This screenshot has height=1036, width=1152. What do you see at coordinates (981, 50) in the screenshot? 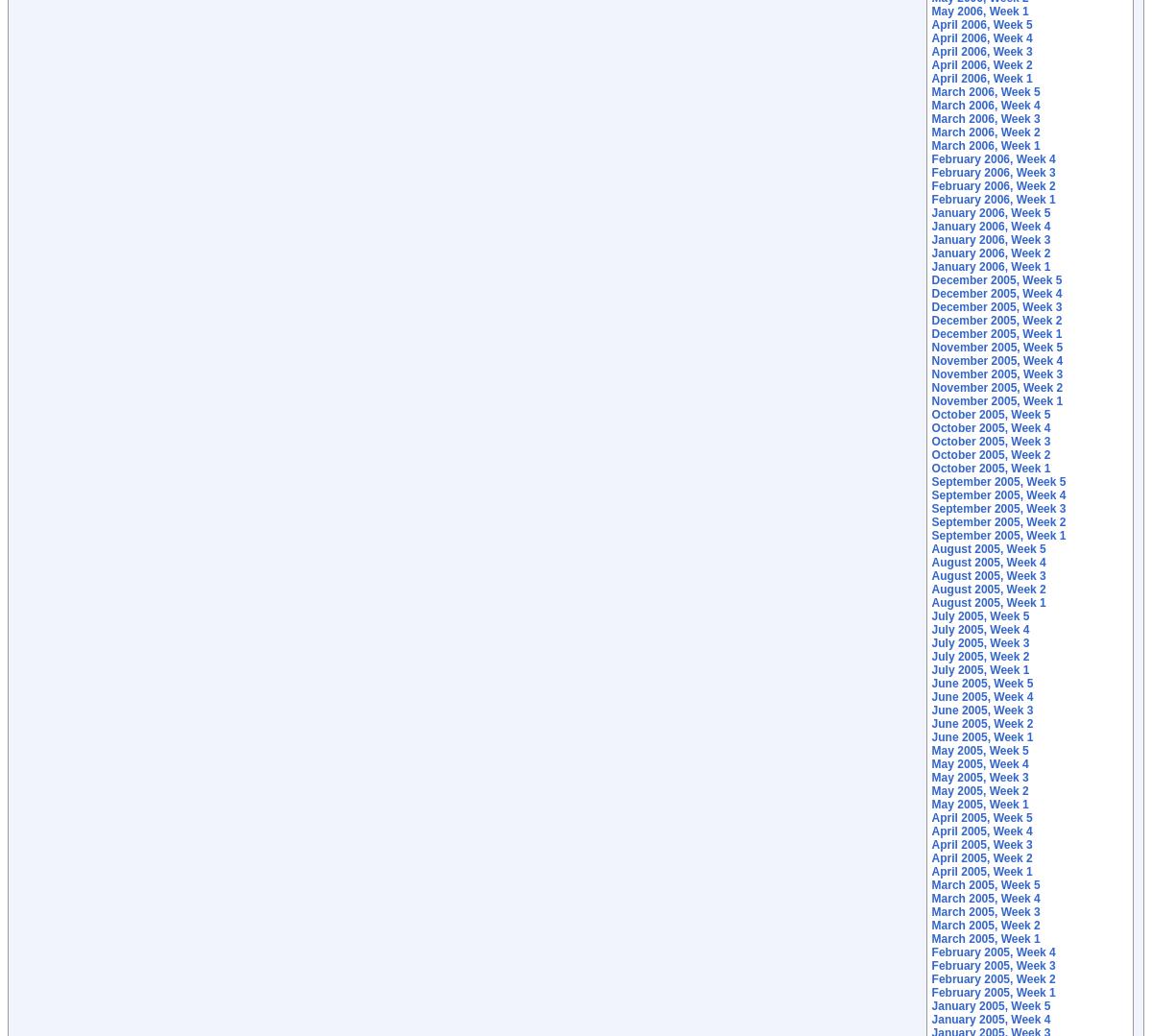
I see `'April 2006, Week 3'` at bounding box center [981, 50].